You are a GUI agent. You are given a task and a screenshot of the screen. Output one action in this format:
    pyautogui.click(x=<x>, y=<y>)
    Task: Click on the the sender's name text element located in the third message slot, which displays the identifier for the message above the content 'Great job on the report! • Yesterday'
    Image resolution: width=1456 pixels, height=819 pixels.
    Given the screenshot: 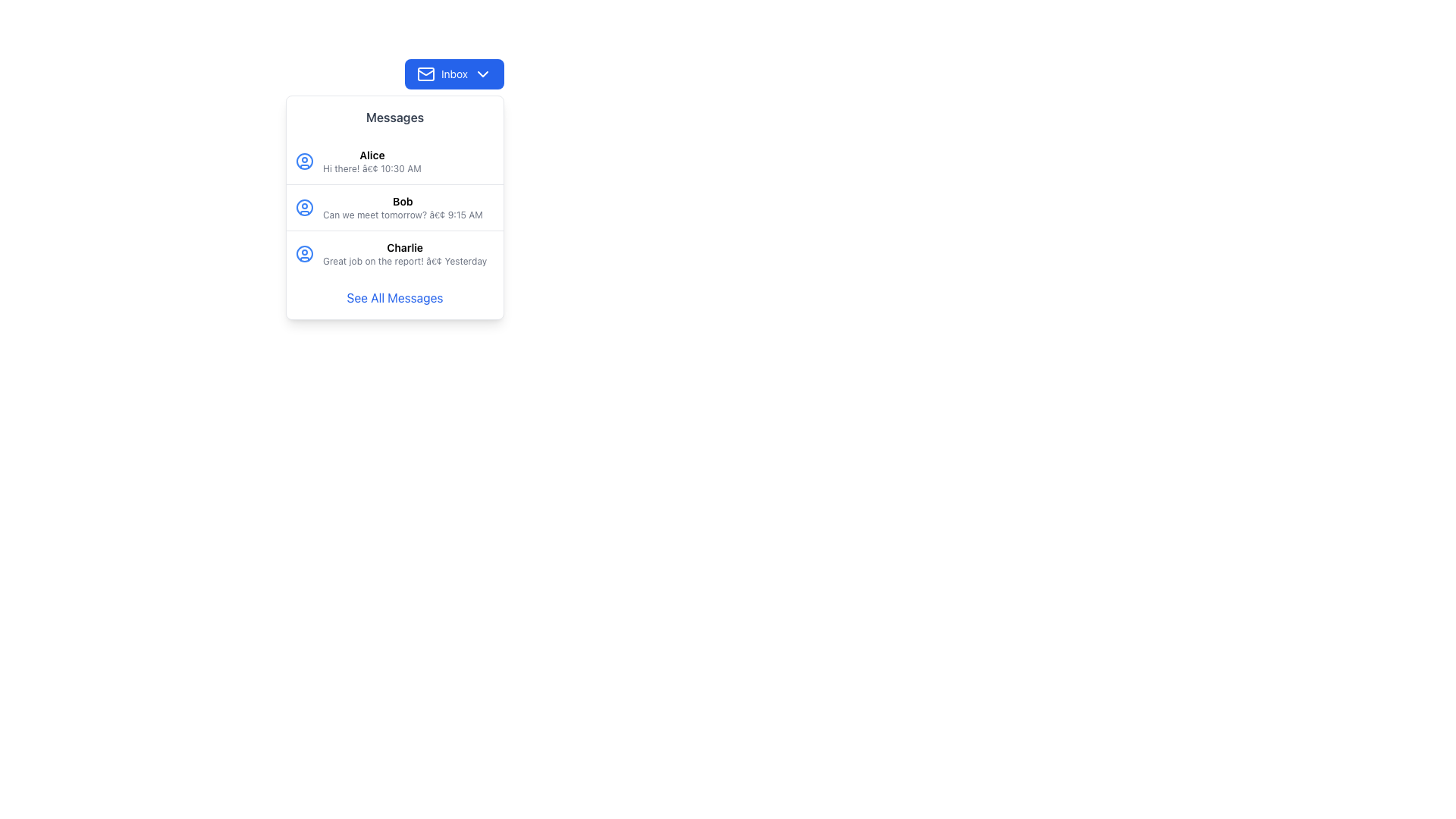 What is the action you would take?
    pyautogui.click(x=405, y=247)
    